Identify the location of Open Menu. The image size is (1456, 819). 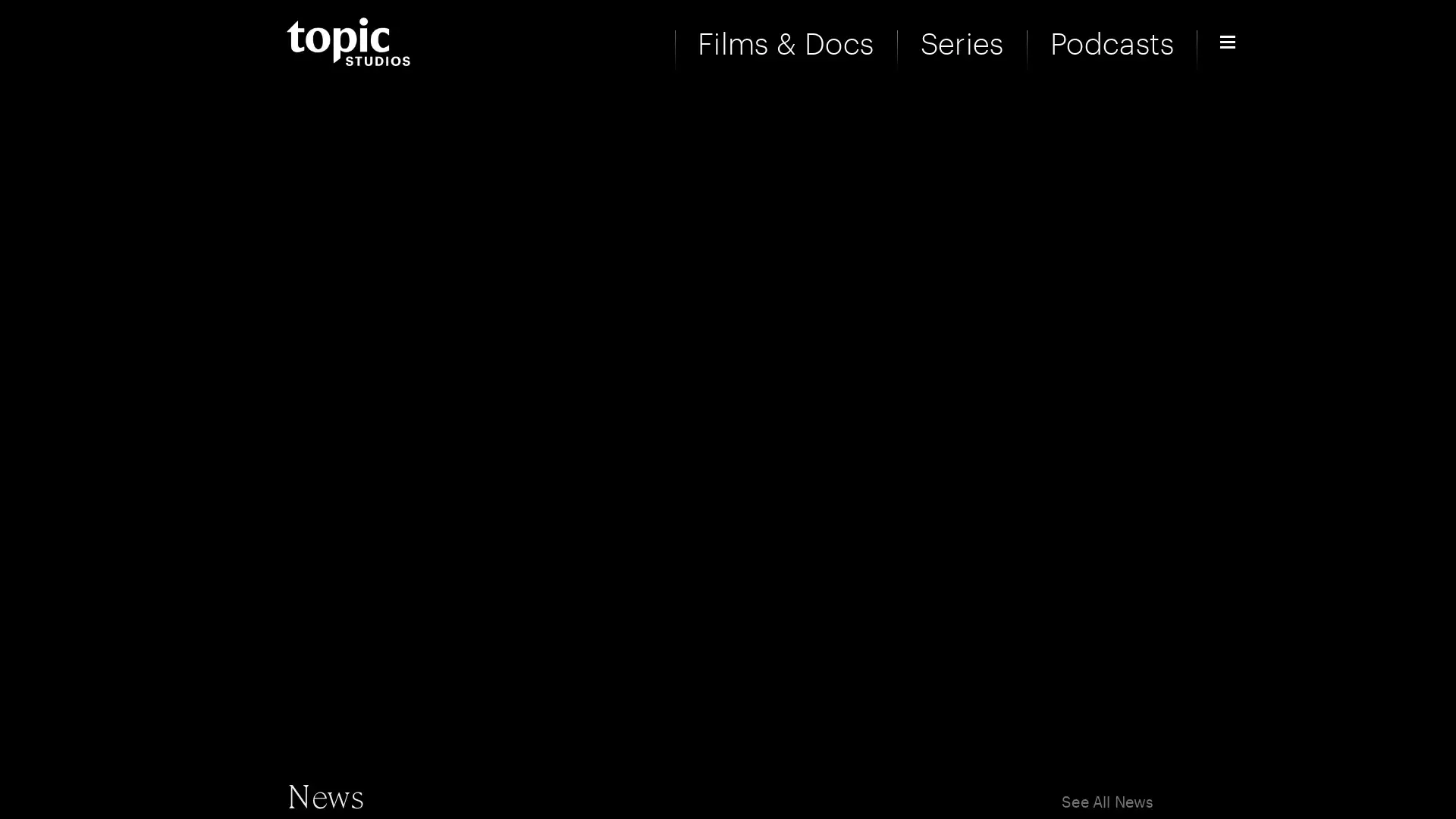
(1227, 42).